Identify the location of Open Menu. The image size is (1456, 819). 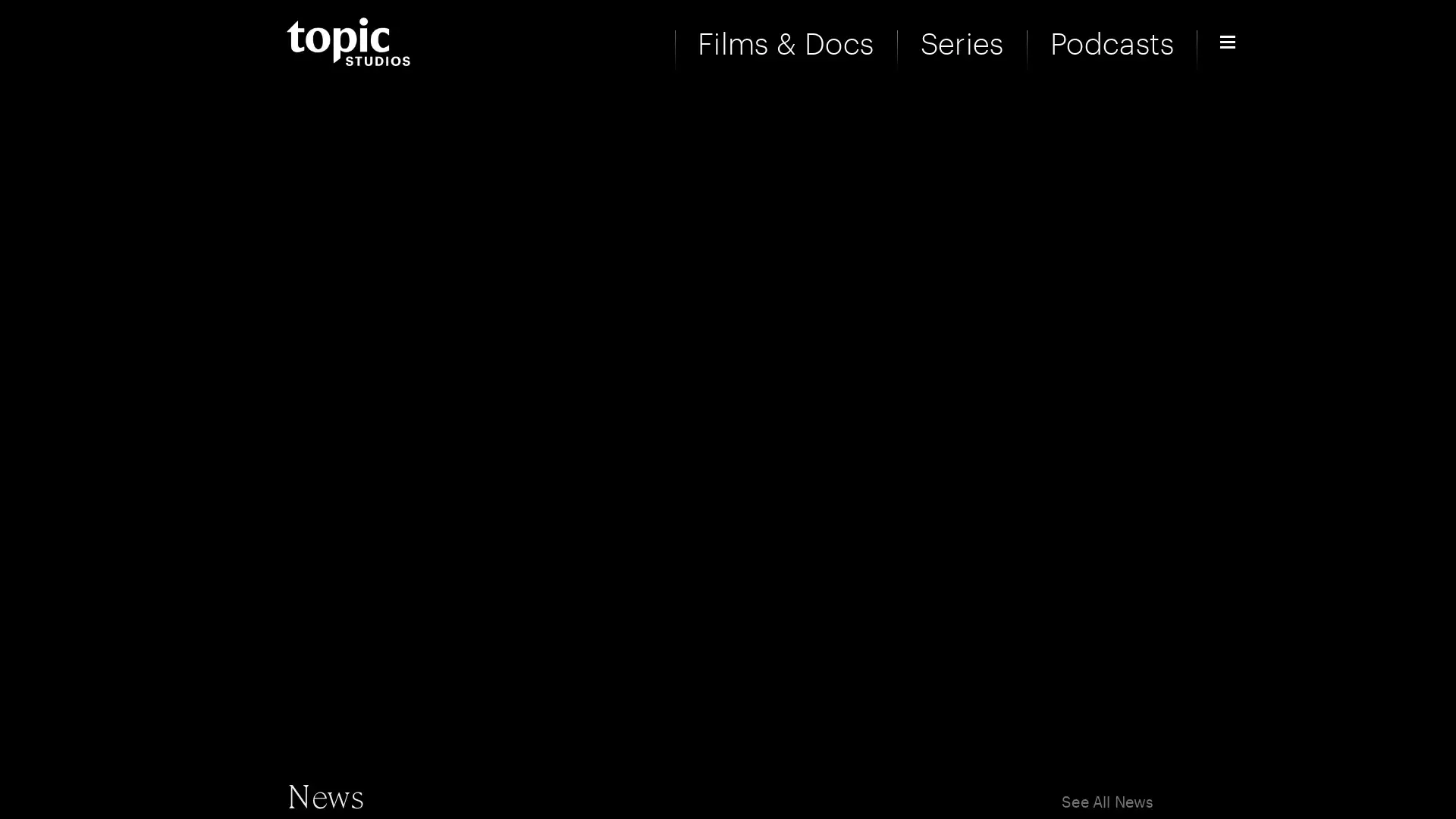
(1227, 42).